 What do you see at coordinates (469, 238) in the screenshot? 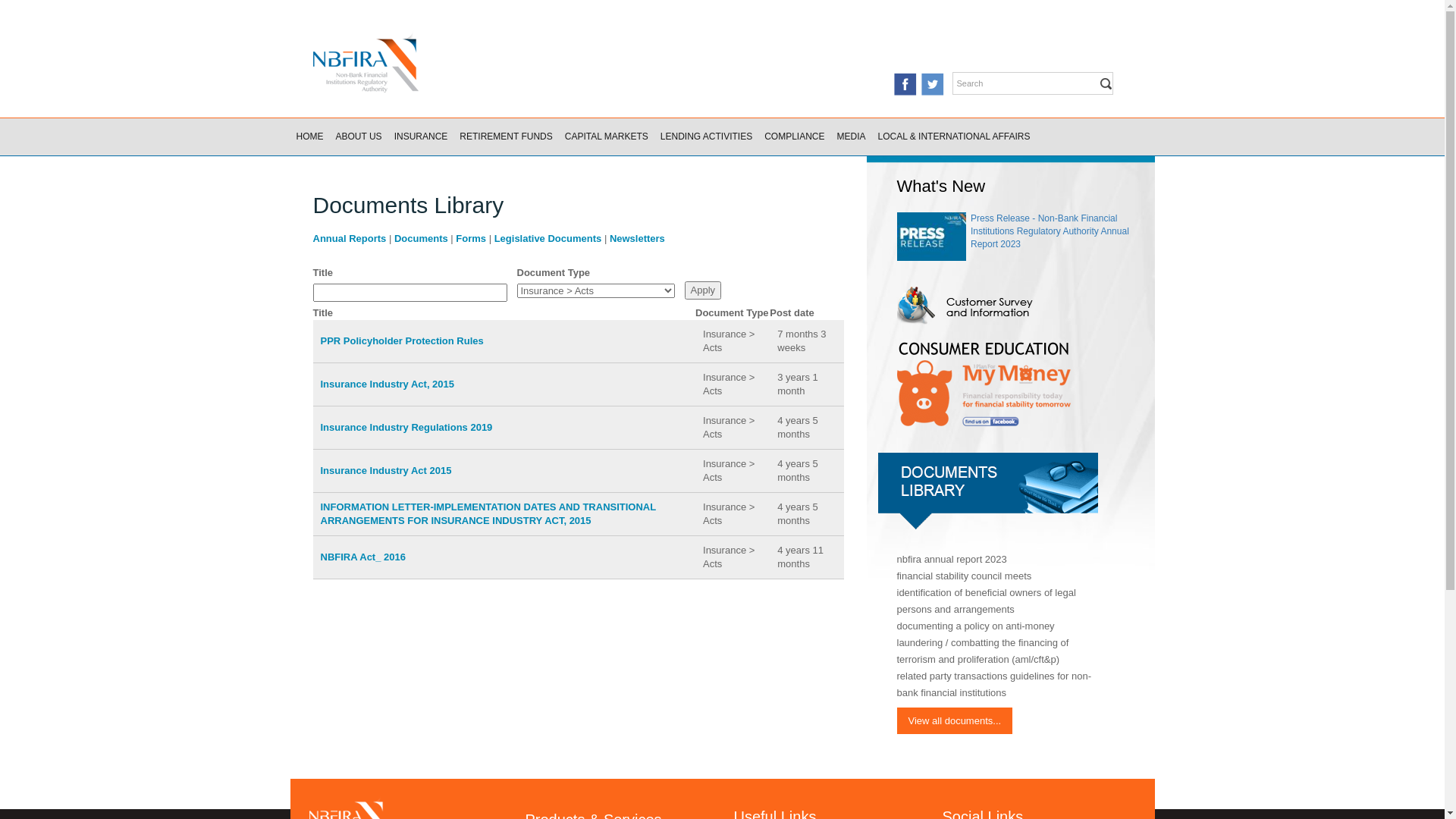
I see `'Forms'` at bounding box center [469, 238].